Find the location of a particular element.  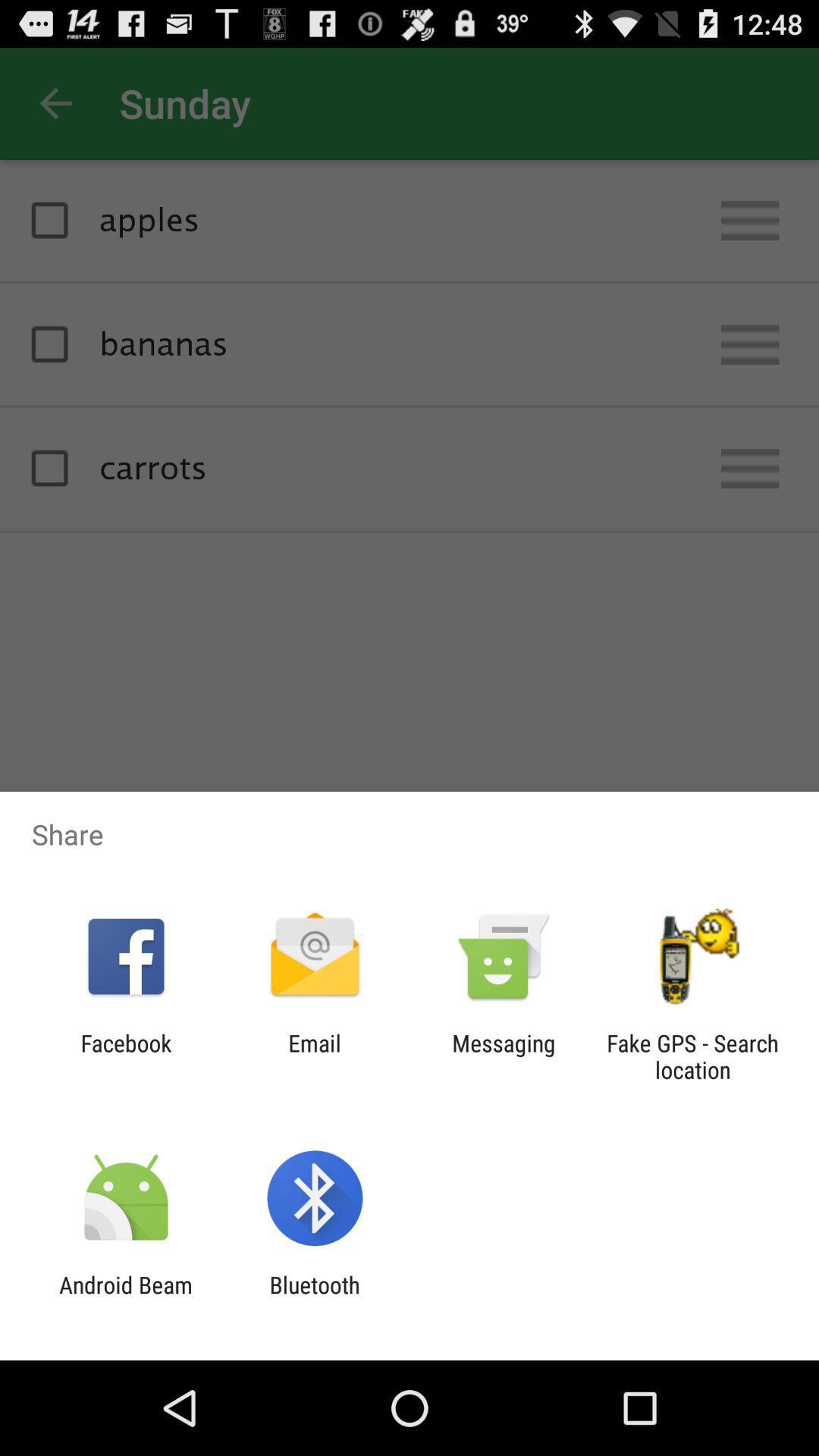

item next to the fake gps search is located at coordinates (504, 1056).